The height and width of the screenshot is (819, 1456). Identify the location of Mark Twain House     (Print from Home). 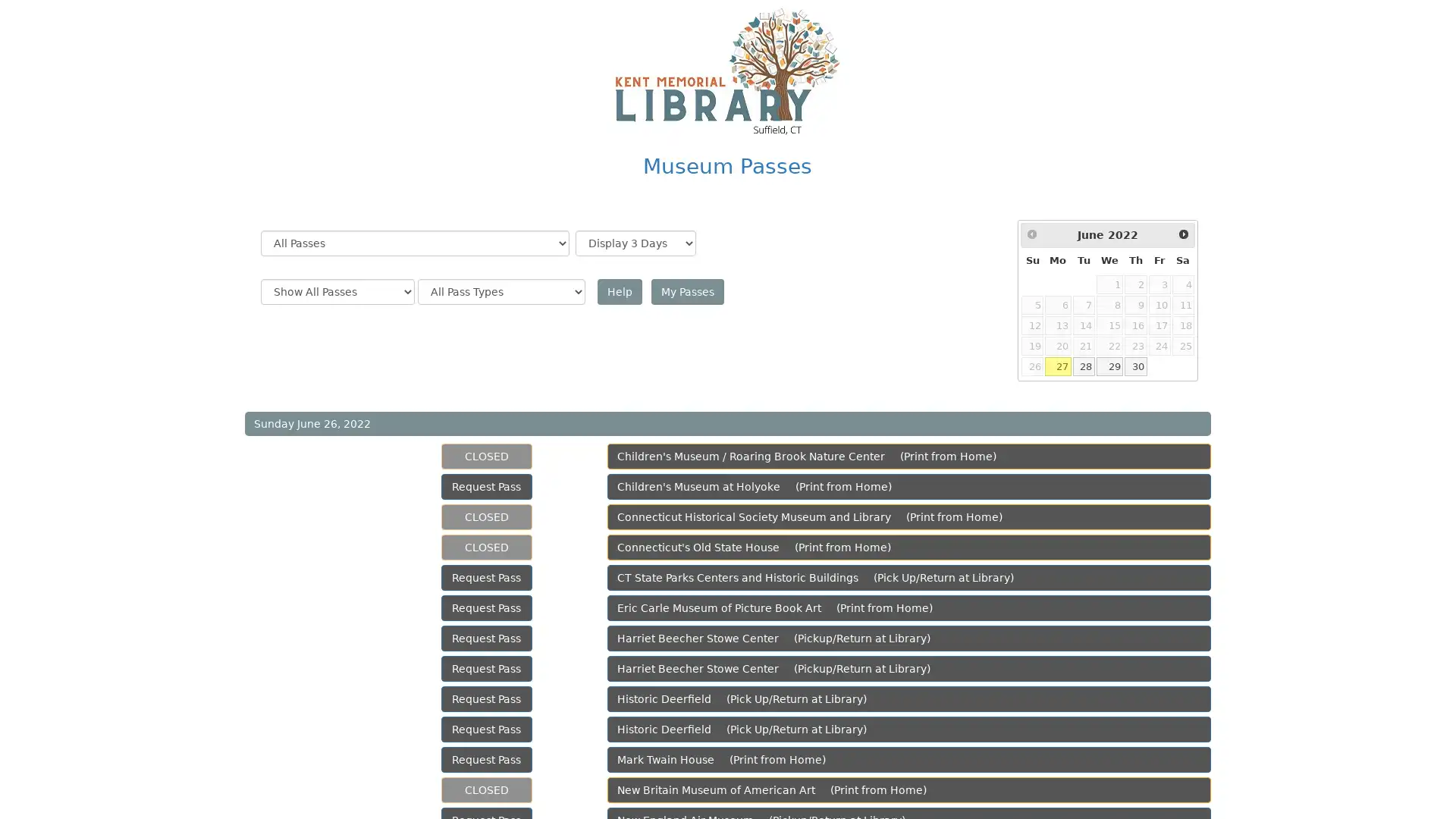
(908, 760).